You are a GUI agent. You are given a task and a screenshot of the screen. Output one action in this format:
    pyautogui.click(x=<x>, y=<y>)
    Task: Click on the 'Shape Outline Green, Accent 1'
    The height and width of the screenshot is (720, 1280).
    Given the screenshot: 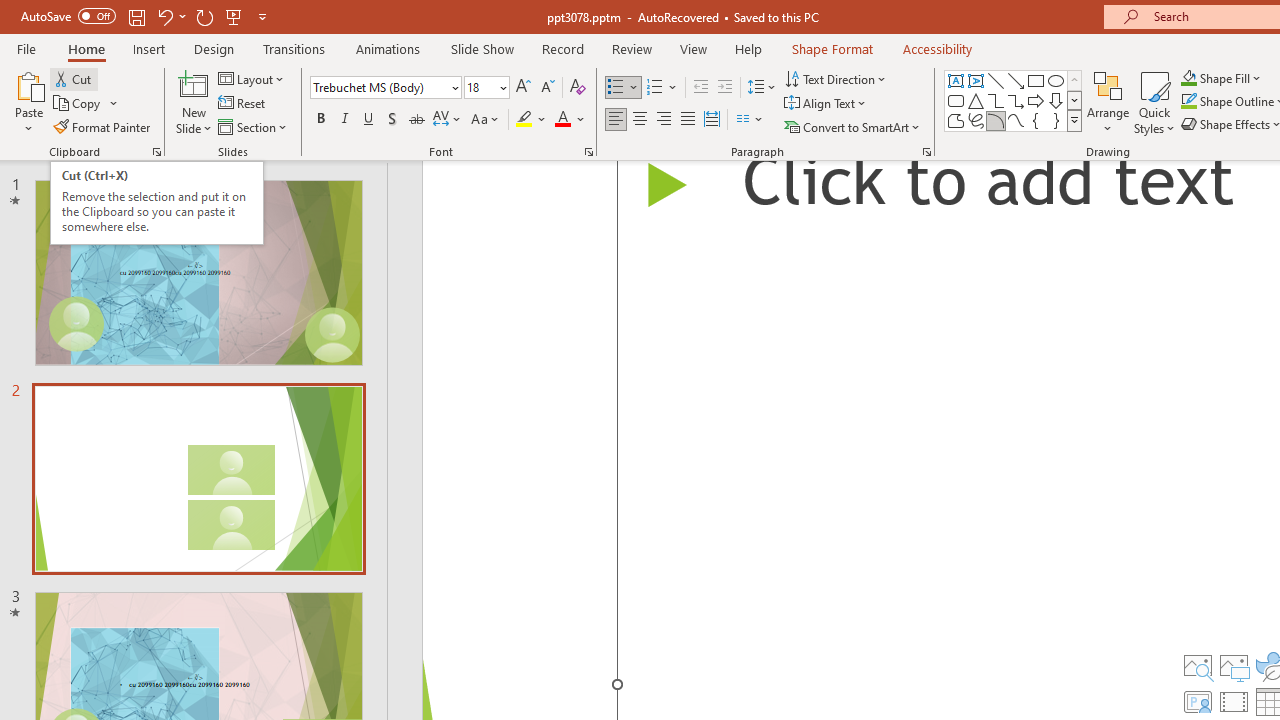 What is the action you would take?
    pyautogui.click(x=1189, y=101)
    